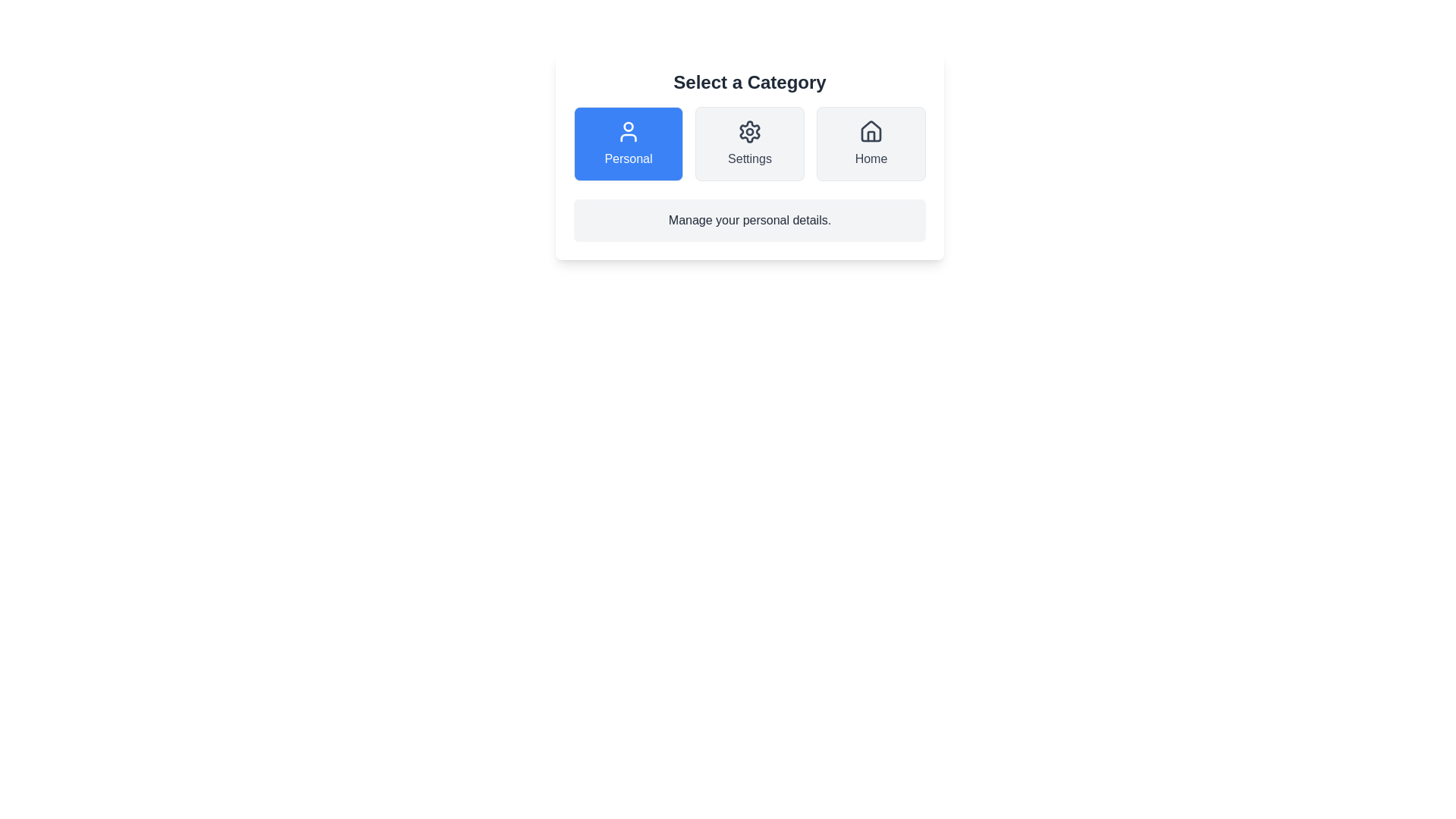 This screenshot has height=819, width=1456. Describe the element at coordinates (629, 143) in the screenshot. I see `the Personal button to observe the hover effect` at that location.